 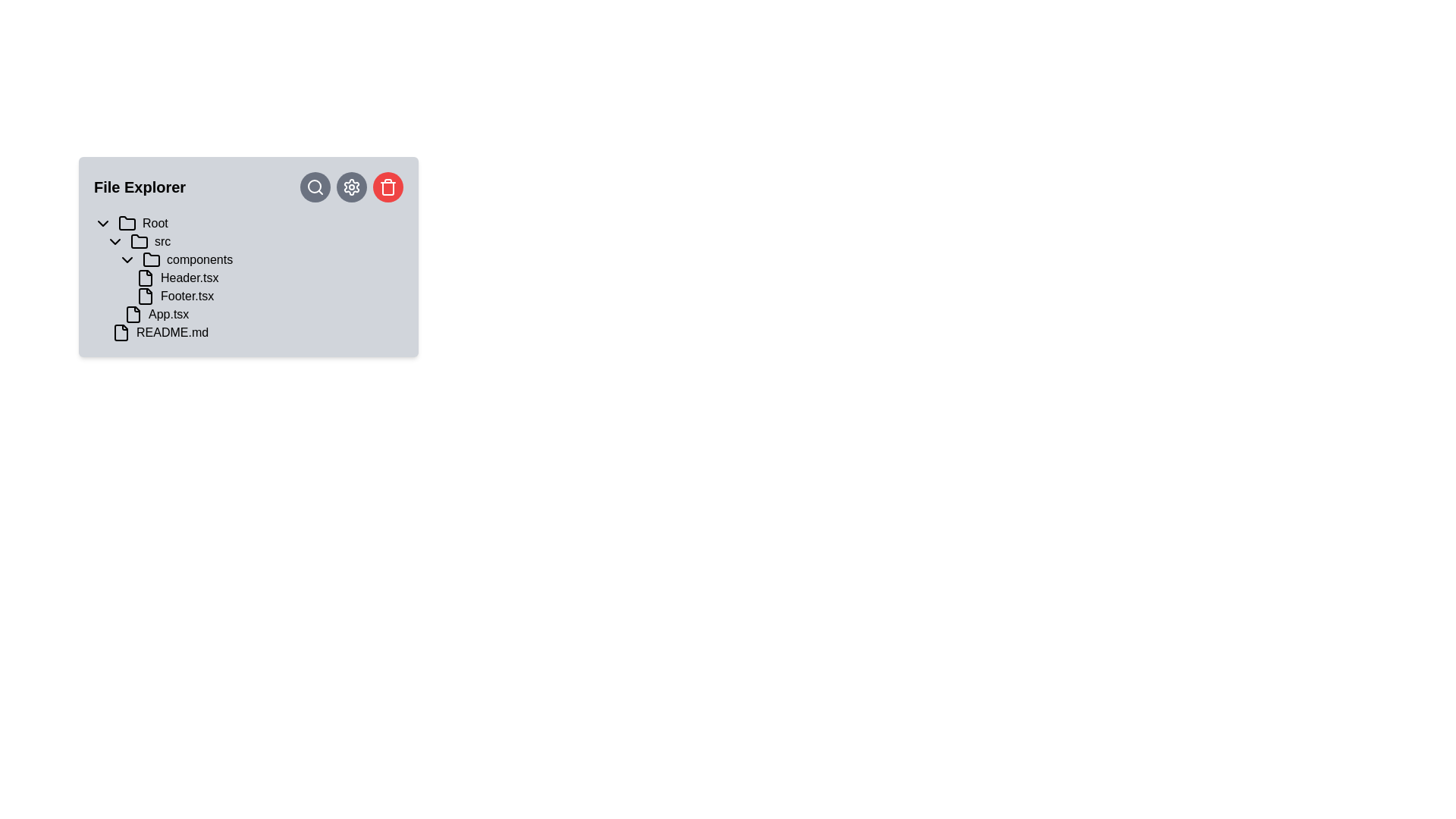 What do you see at coordinates (248, 186) in the screenshot?
I see `the header element containing the text 'File Explorer'` at bounding box center [248, 186].